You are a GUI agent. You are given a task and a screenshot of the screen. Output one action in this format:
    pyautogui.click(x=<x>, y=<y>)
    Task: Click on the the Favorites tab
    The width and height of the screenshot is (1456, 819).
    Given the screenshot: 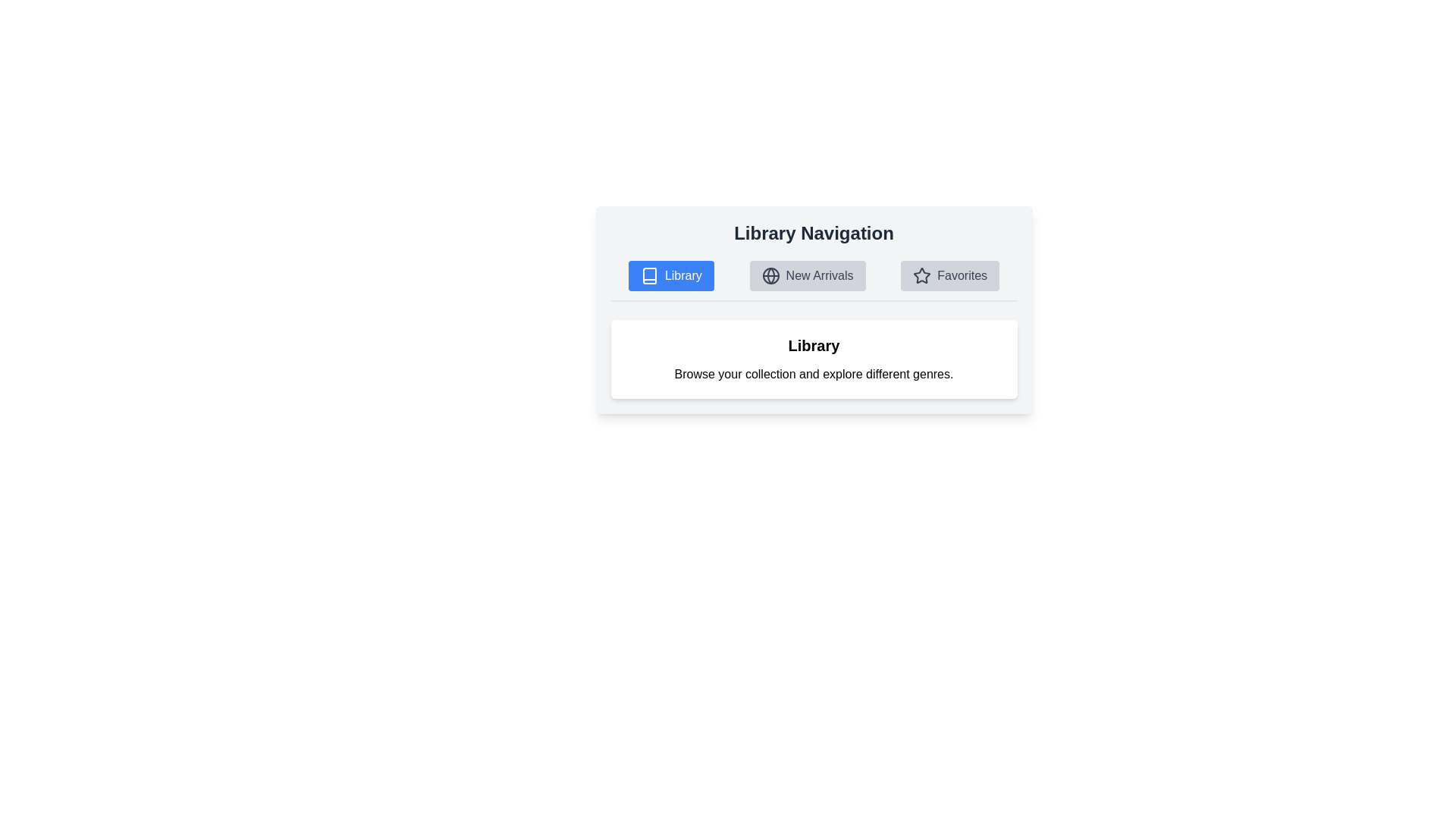 What is the action you would take?
    pyautogui.click(x=949, y=275)
    